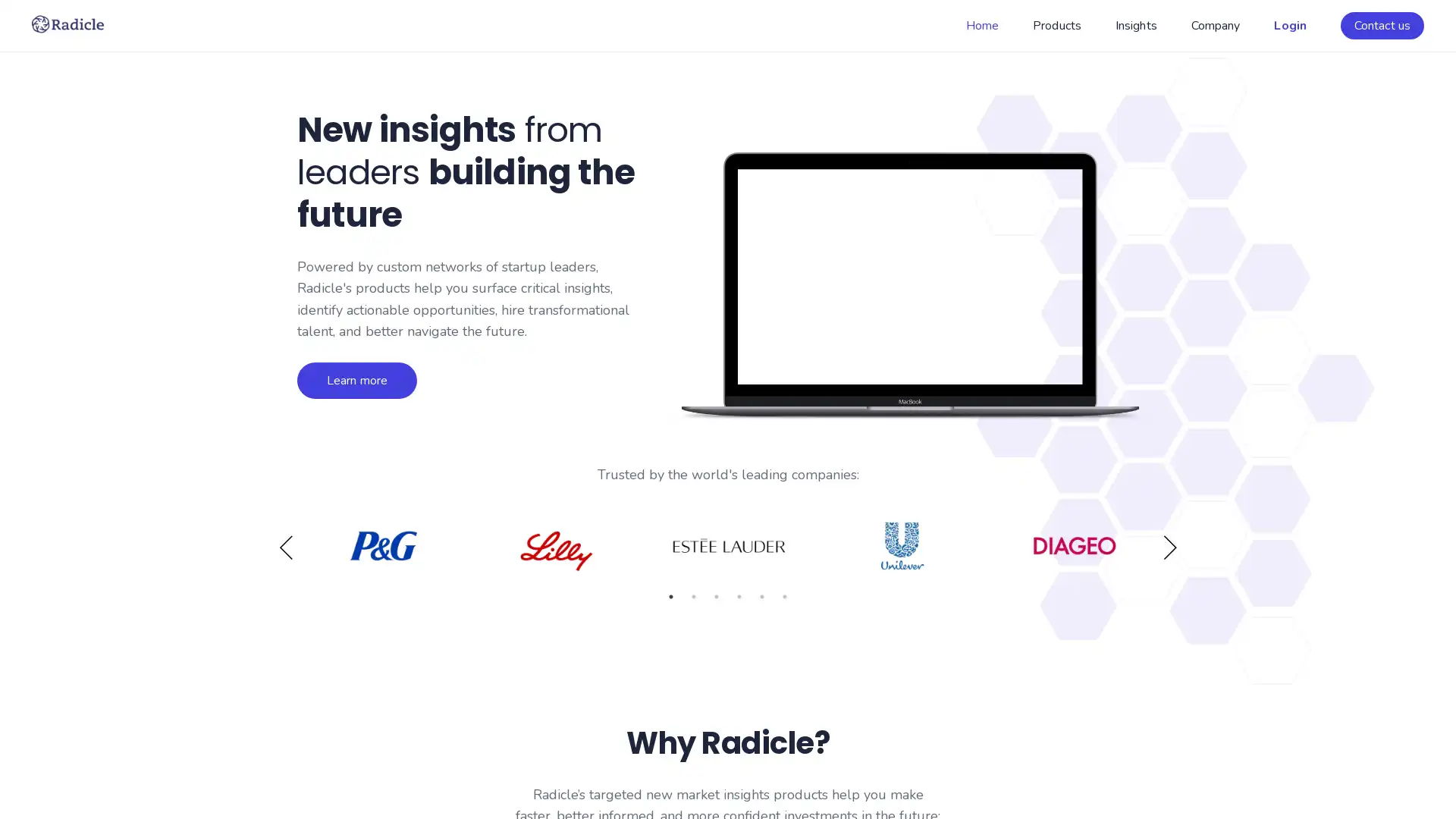 This screenshot has width=1456, height=819. What do you see at coordinates (1169, 547) in the screenshot?
I see `next` at bounding box center [1169, 547].